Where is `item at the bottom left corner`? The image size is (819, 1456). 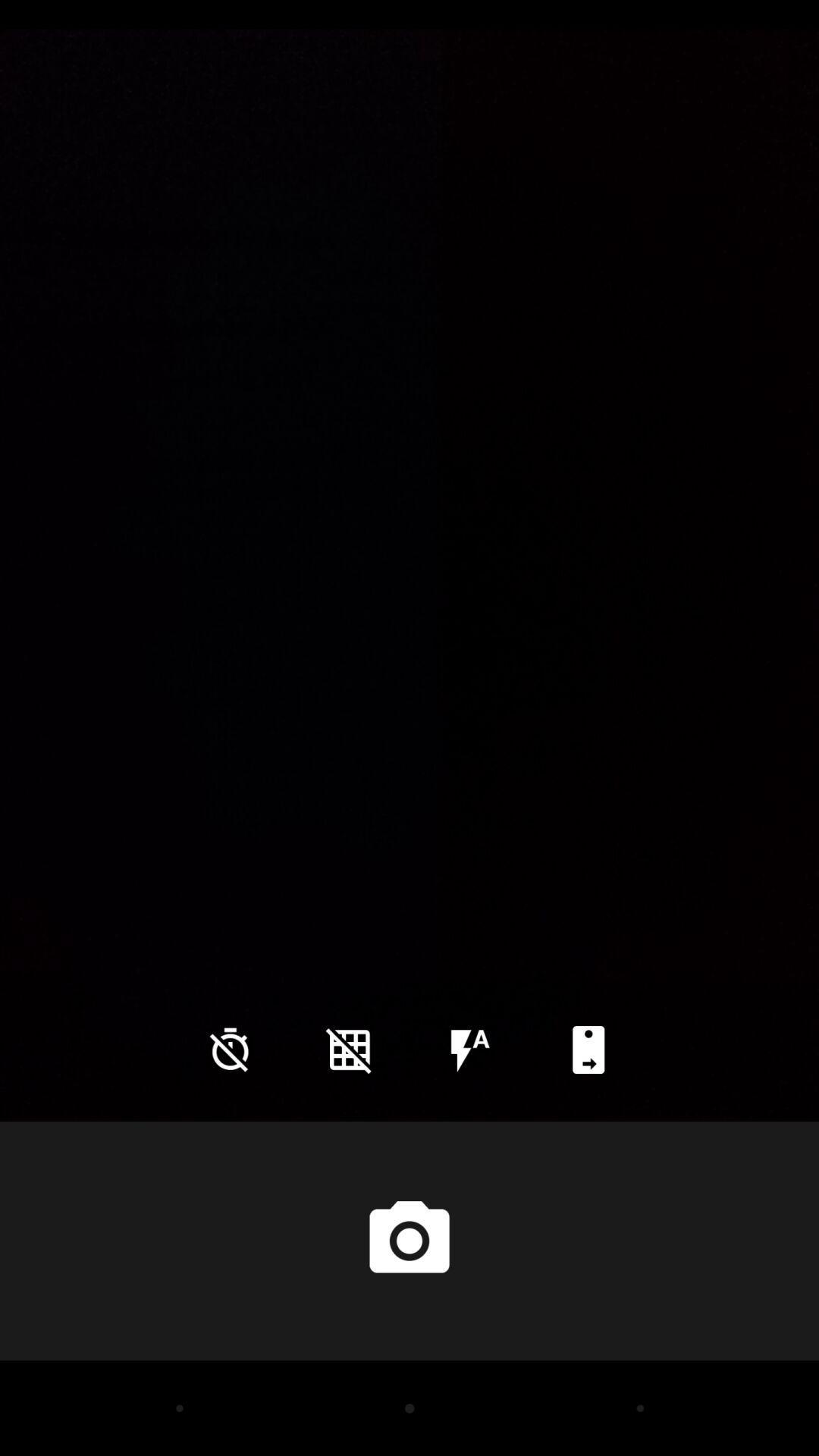
item at the bottom left corner is located at coordinates (230, 1049).